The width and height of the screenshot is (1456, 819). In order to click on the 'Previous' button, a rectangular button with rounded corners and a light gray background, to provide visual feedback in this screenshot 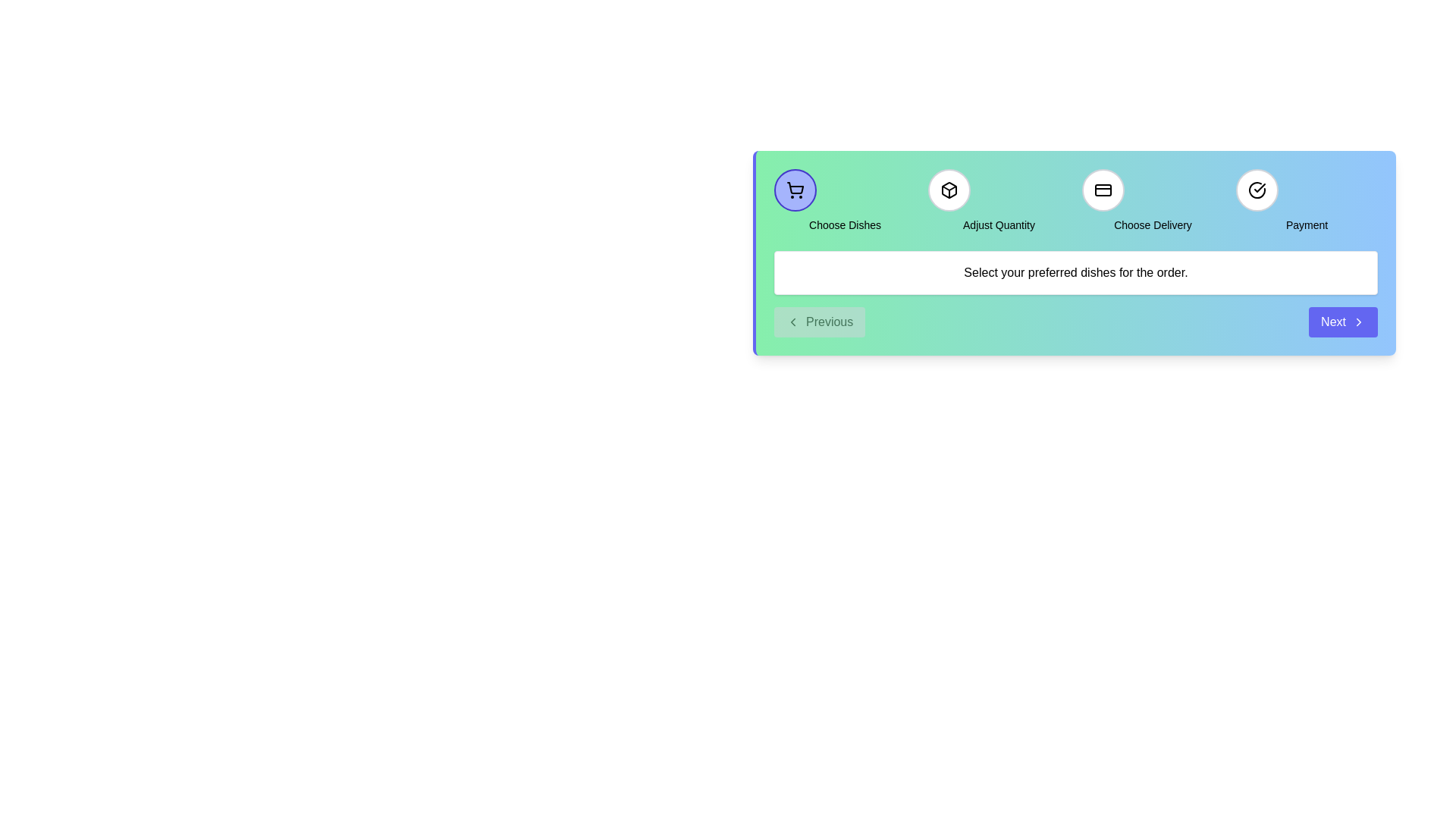, I will do `click(819, 321)`.